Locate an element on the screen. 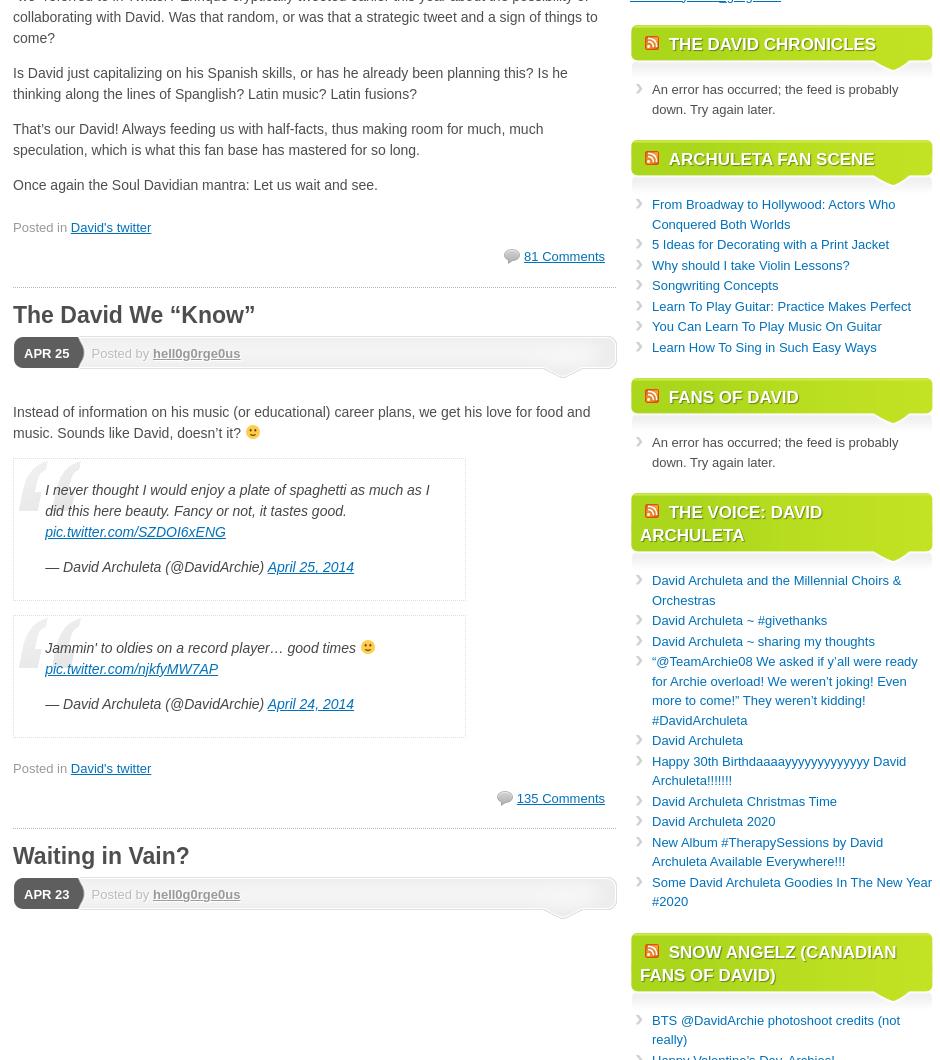 This screenshot has width=940, height=1060. 'pic.twitter.com/njkfyMW7AP' is located at coordinates (130, 667).